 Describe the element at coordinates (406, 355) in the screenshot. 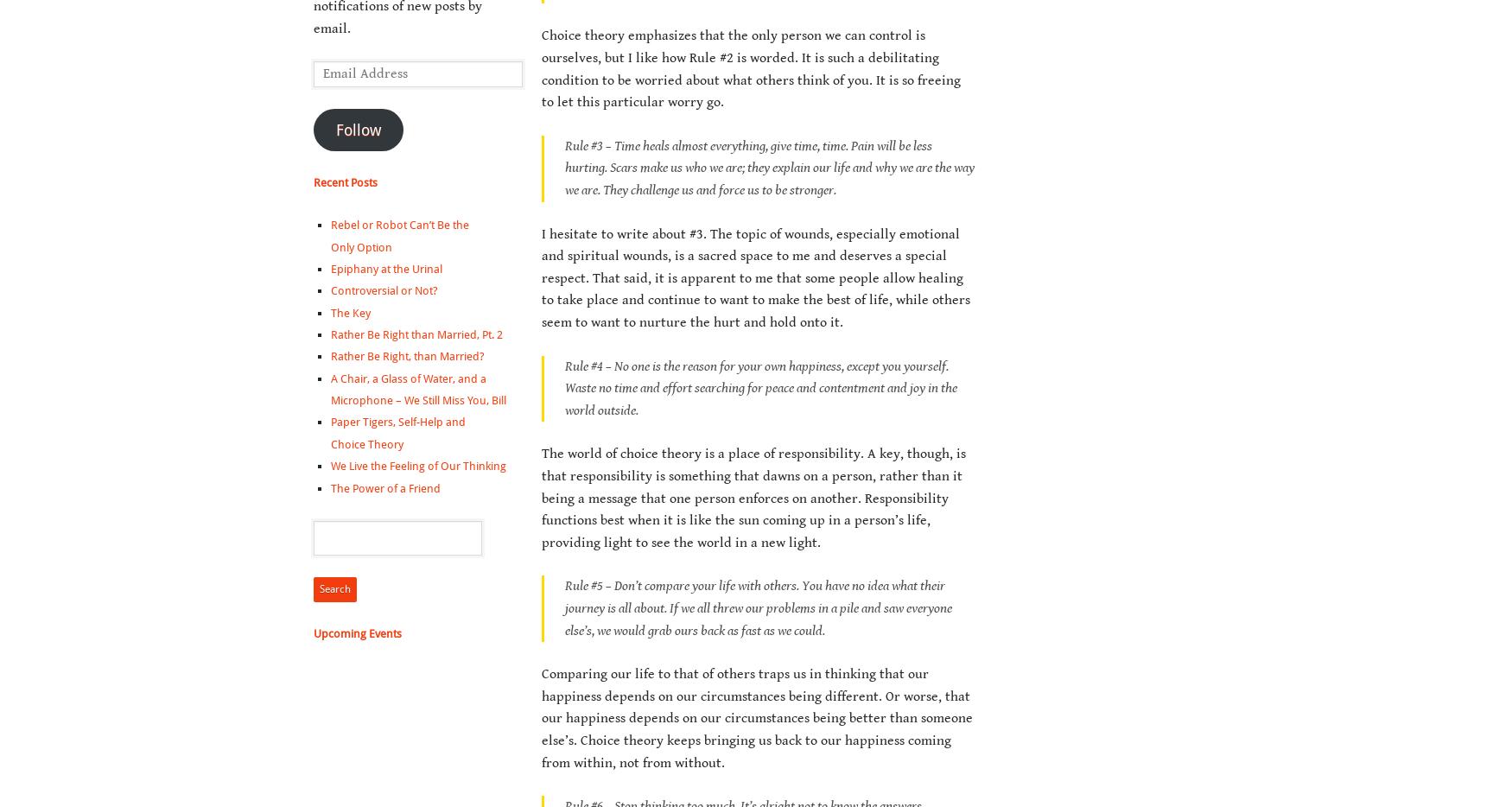

I see `'Rather Be Right, than Married?'` at that location.